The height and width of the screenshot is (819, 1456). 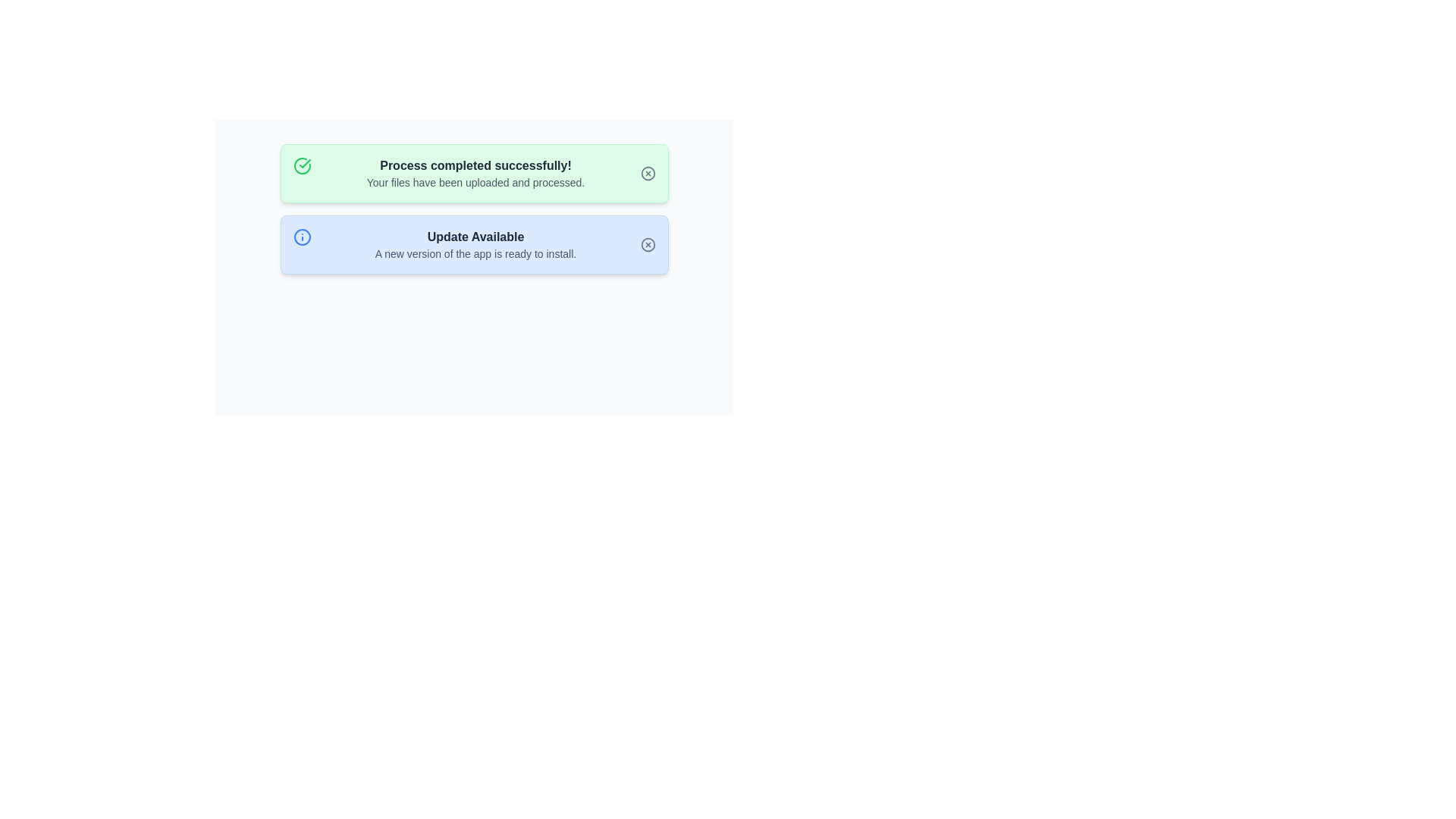 What do you see at coordinates (302, 166) in the screenshot?
I see `the success notification icon located at the top left area of the success notification box, adjacent to the text 'Process completed successfully!'` at bounding box center [302, 166].